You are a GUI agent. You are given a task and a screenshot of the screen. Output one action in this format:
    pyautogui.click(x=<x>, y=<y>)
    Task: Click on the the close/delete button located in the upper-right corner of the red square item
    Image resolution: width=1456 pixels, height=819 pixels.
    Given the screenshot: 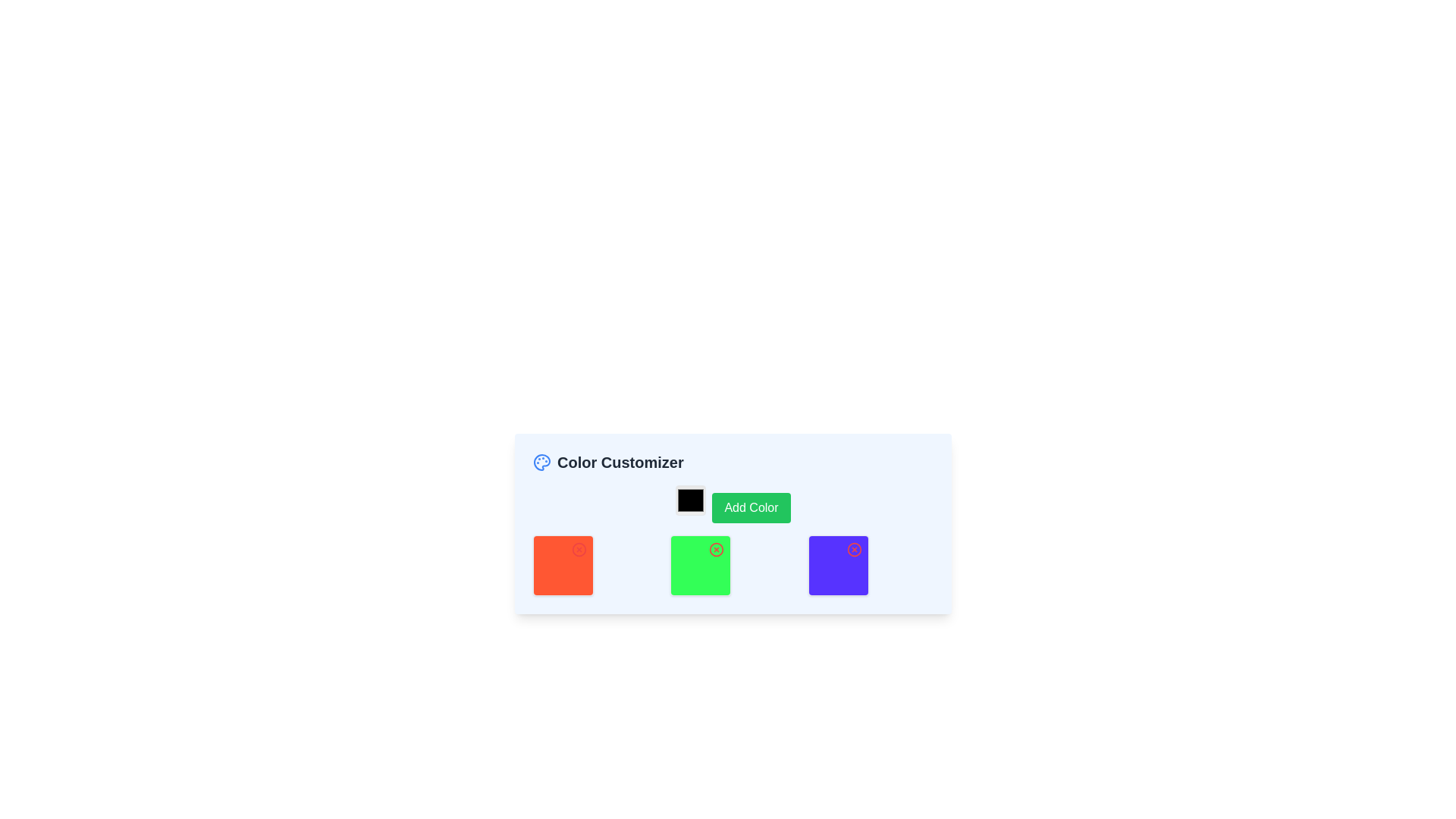 What is the action you would take?
    pyautogui.click(x=578, y=550)
    